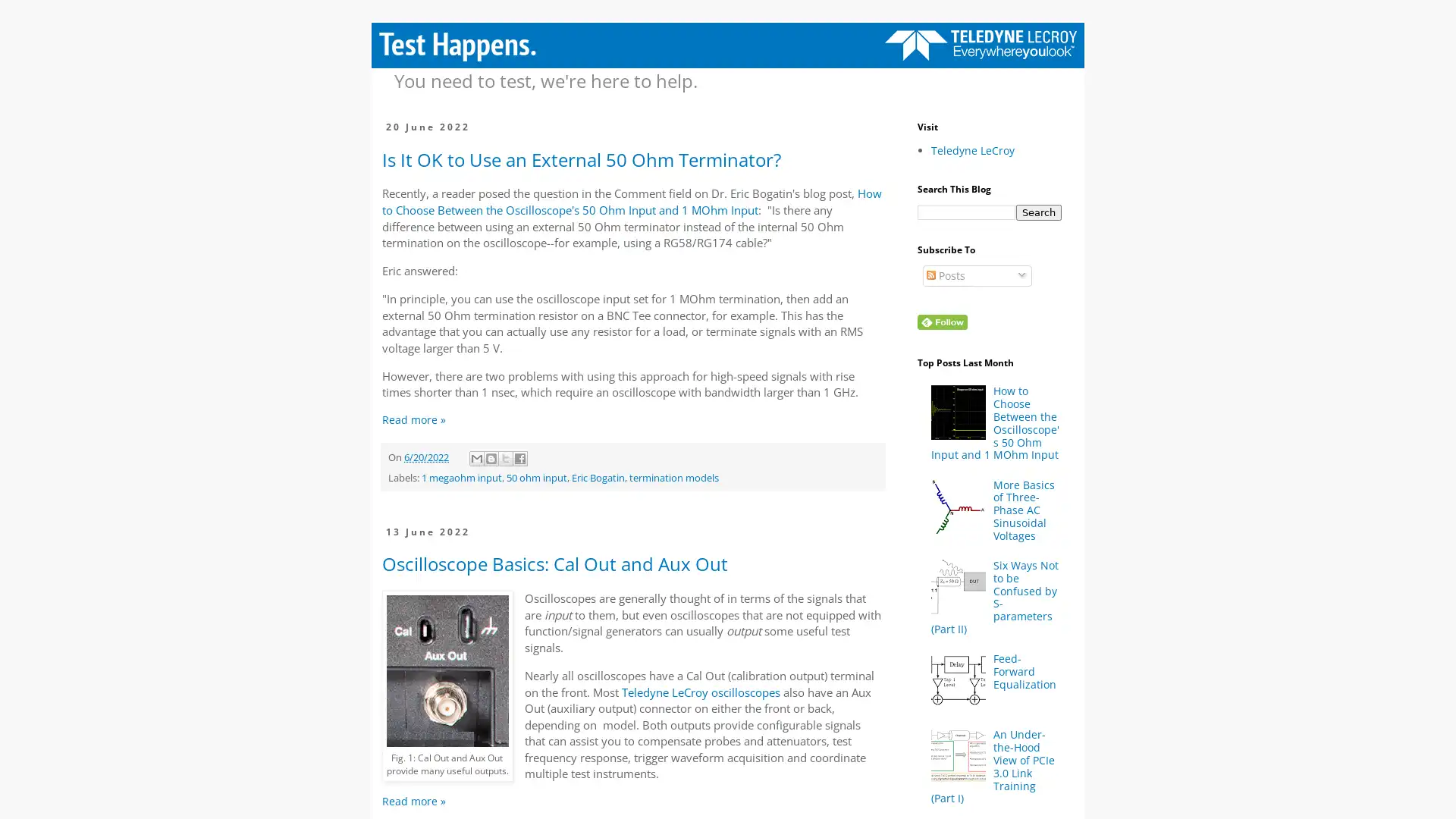  I want to click on Search, so click(1037, 212).